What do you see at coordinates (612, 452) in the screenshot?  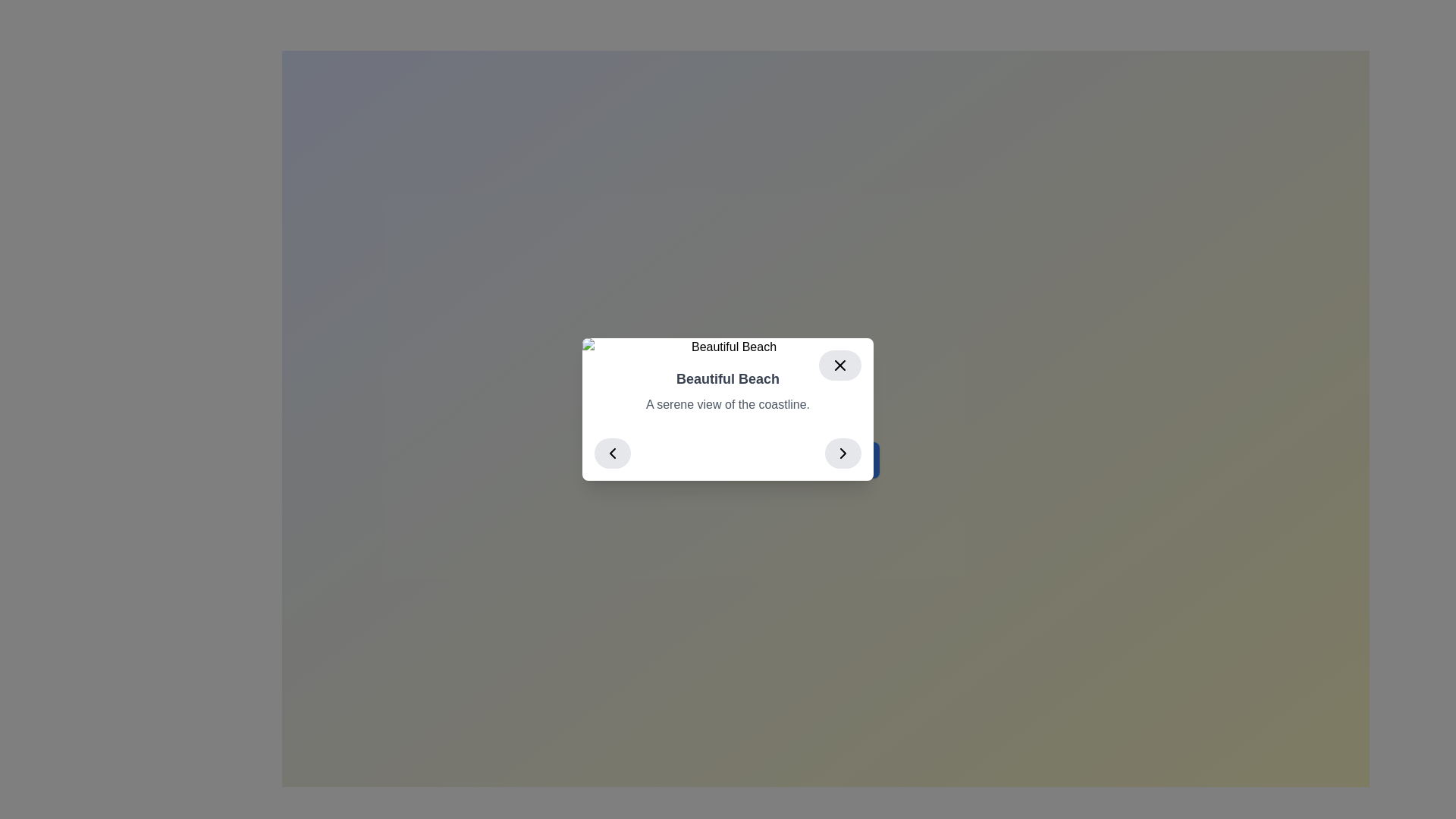 I see `the left navigation button which is the first interactive button and positioned to the left of a center-aligned text block` at bounding box center [612, 452].